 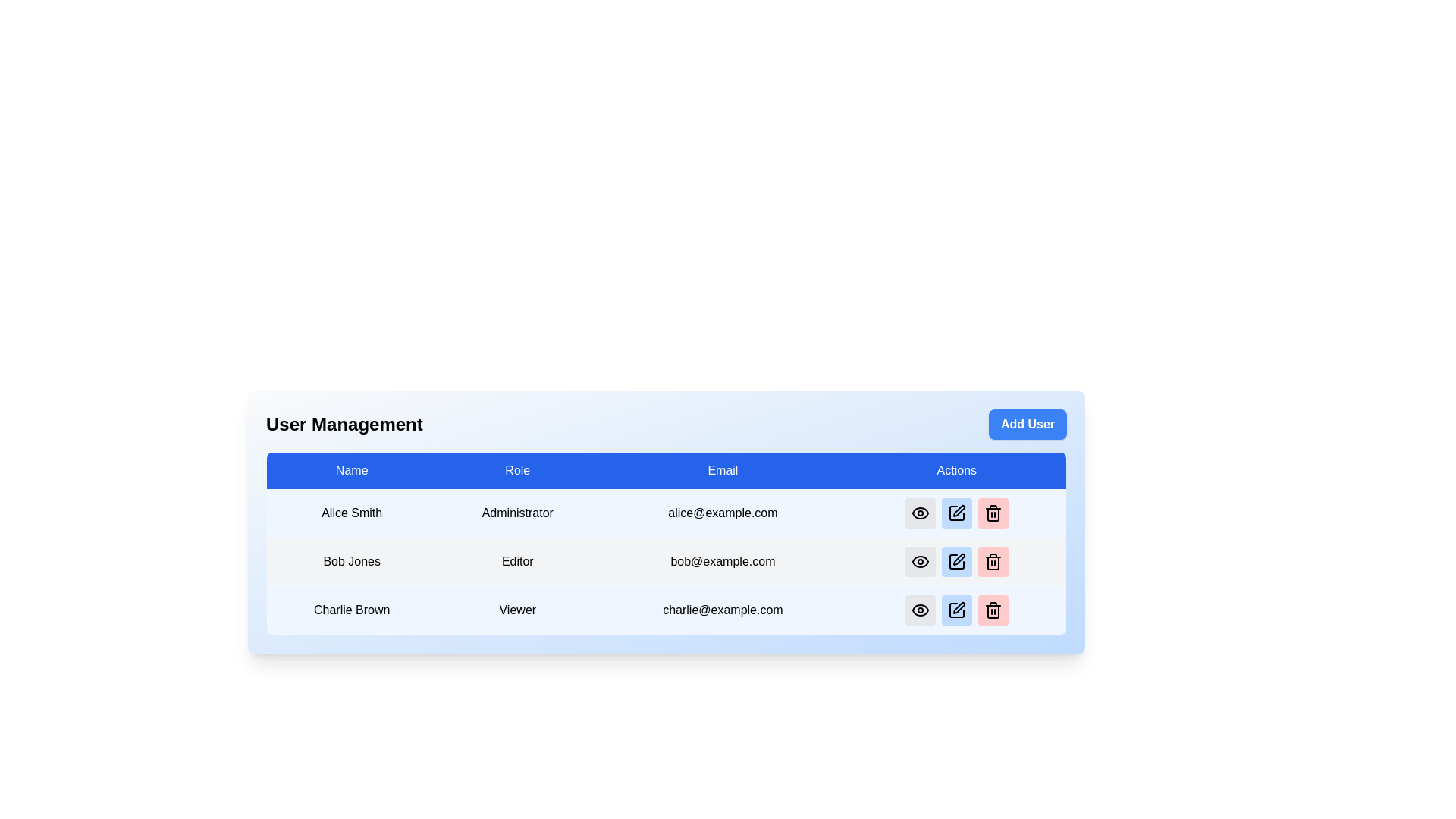 I want to click on the edit icon, which is a small black icon resembling a pen-tip or pencil, located in the second position of the action icons for 'Charlie Brown, Viewer', so click(x=958, y=607).